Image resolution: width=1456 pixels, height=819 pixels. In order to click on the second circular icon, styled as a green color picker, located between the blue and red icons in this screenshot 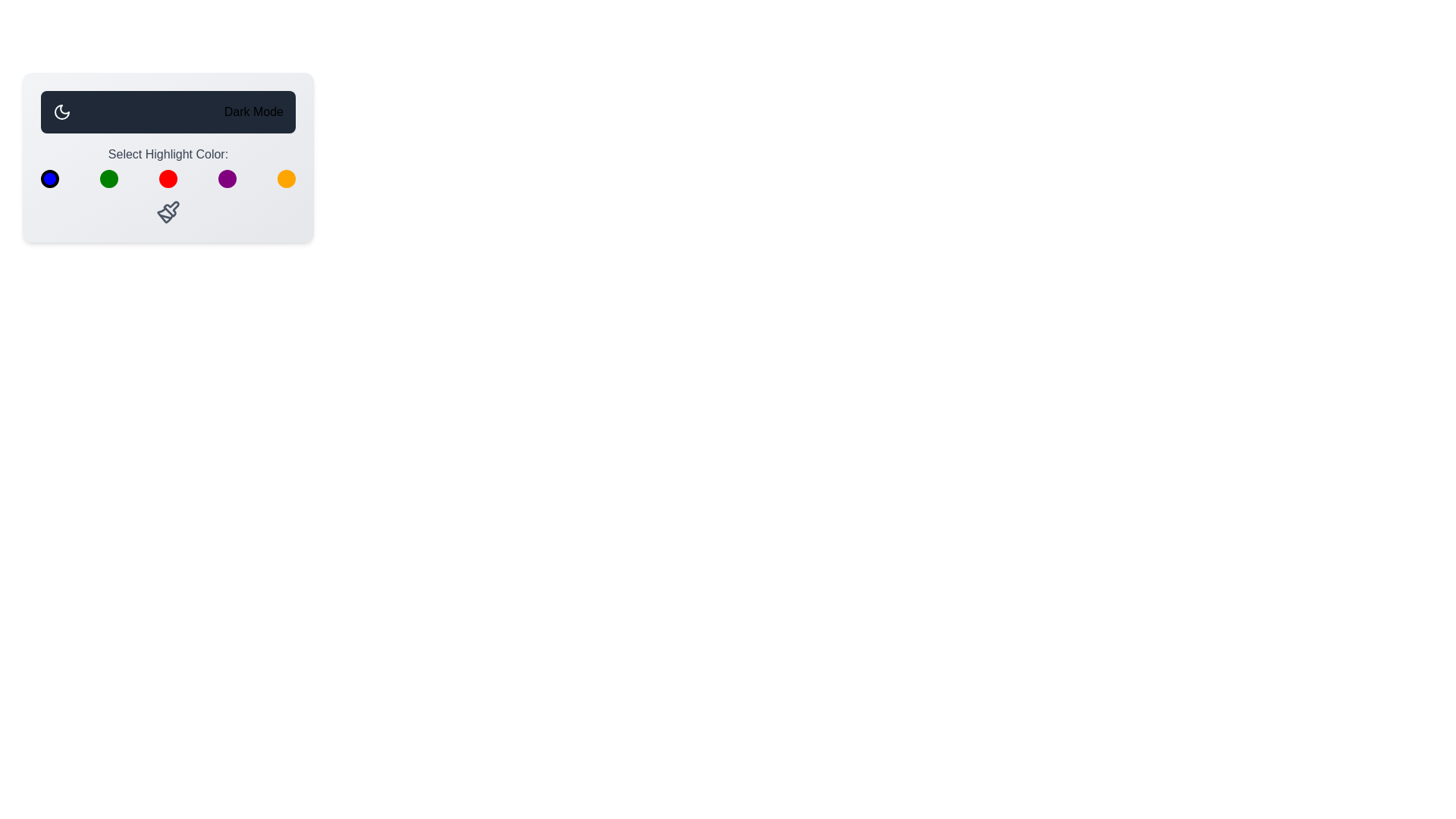, I will do `click(108, 177)`.